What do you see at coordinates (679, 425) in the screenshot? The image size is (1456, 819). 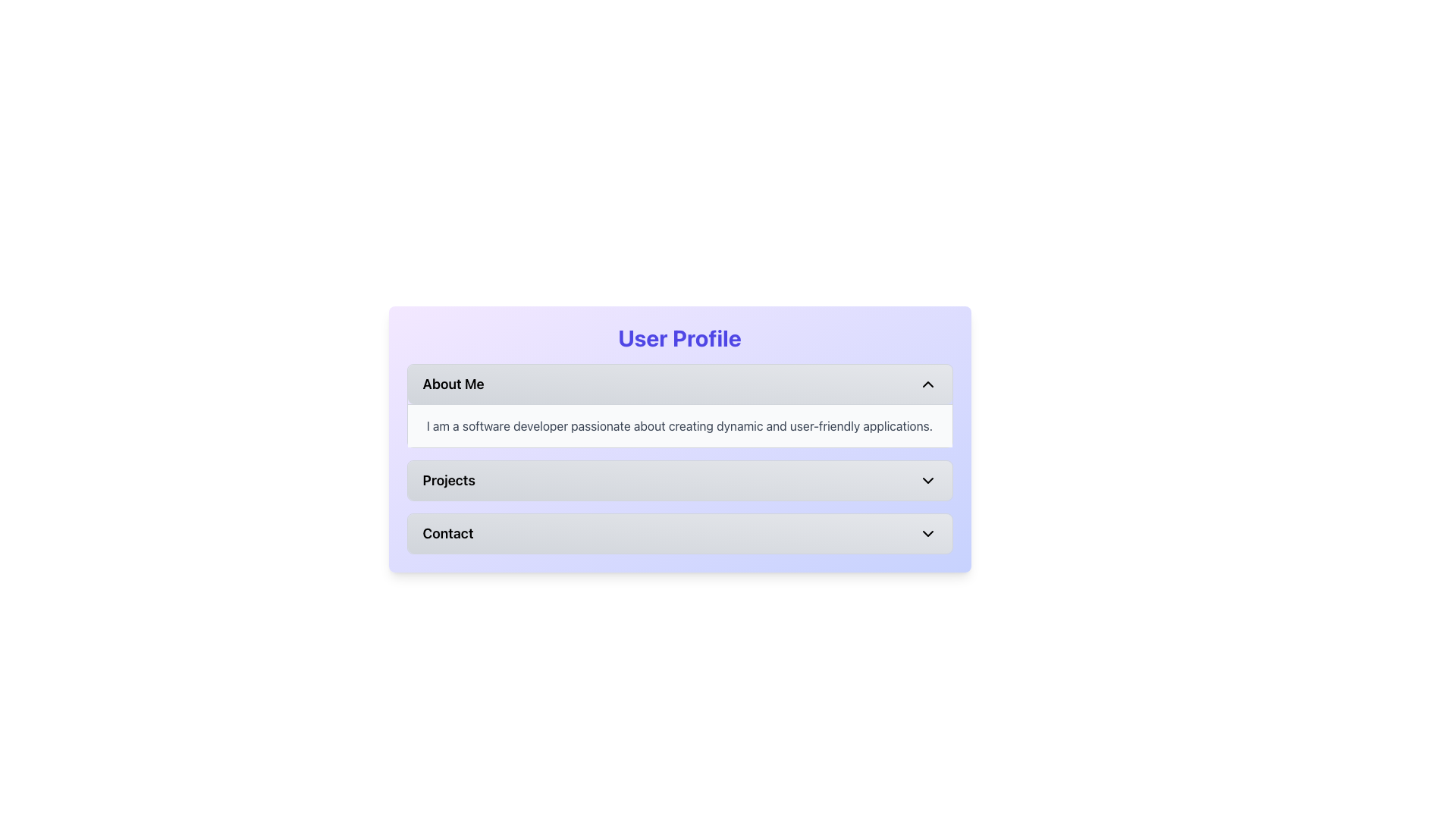 I see `the descriptive text box that provides information about the user's professional background and interests, located within the 'About Me' section` at bounding box center [679, 425].